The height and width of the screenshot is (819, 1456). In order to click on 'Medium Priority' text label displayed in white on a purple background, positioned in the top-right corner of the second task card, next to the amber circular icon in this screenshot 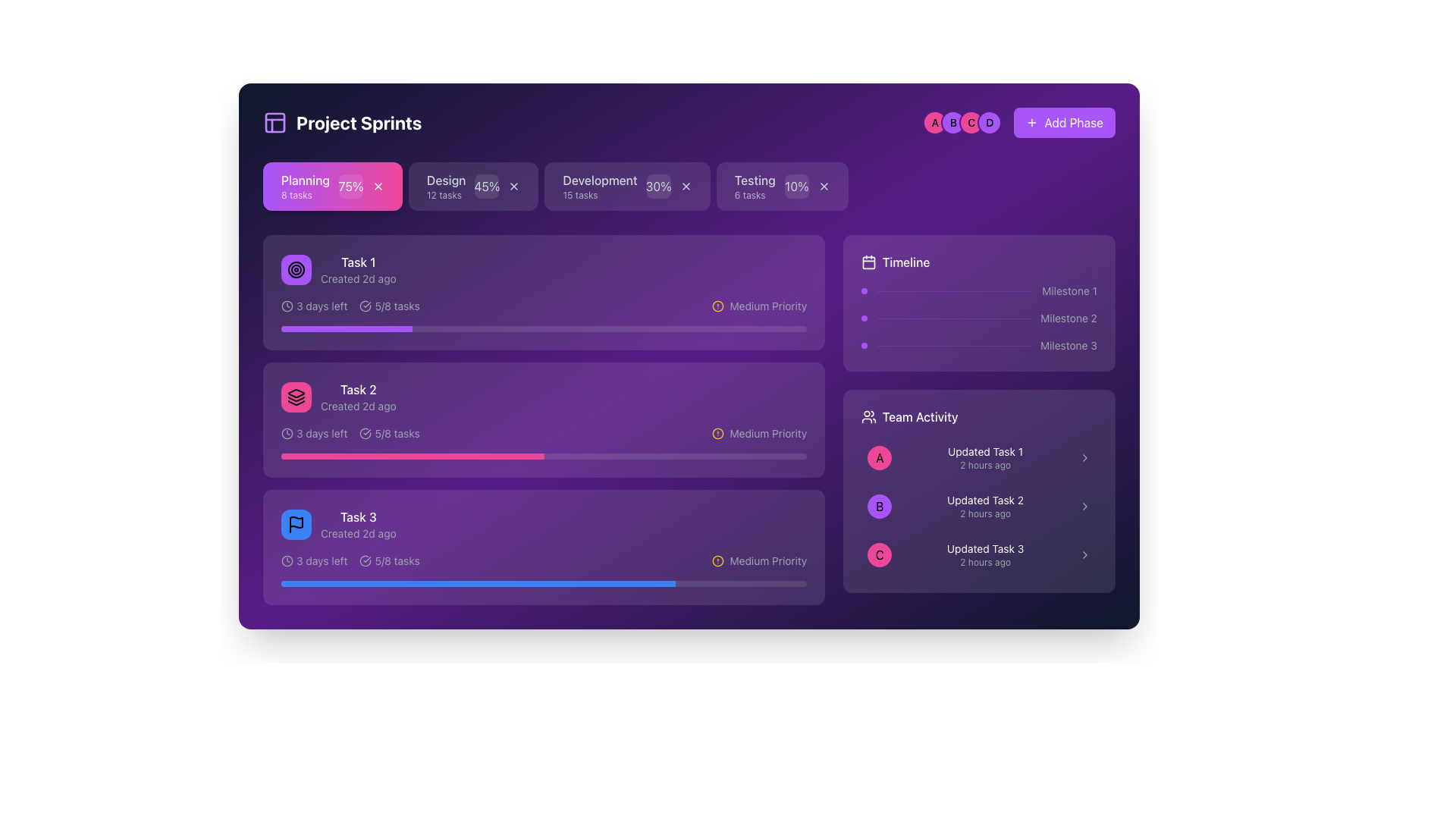, I will do `click(768, 306)`.